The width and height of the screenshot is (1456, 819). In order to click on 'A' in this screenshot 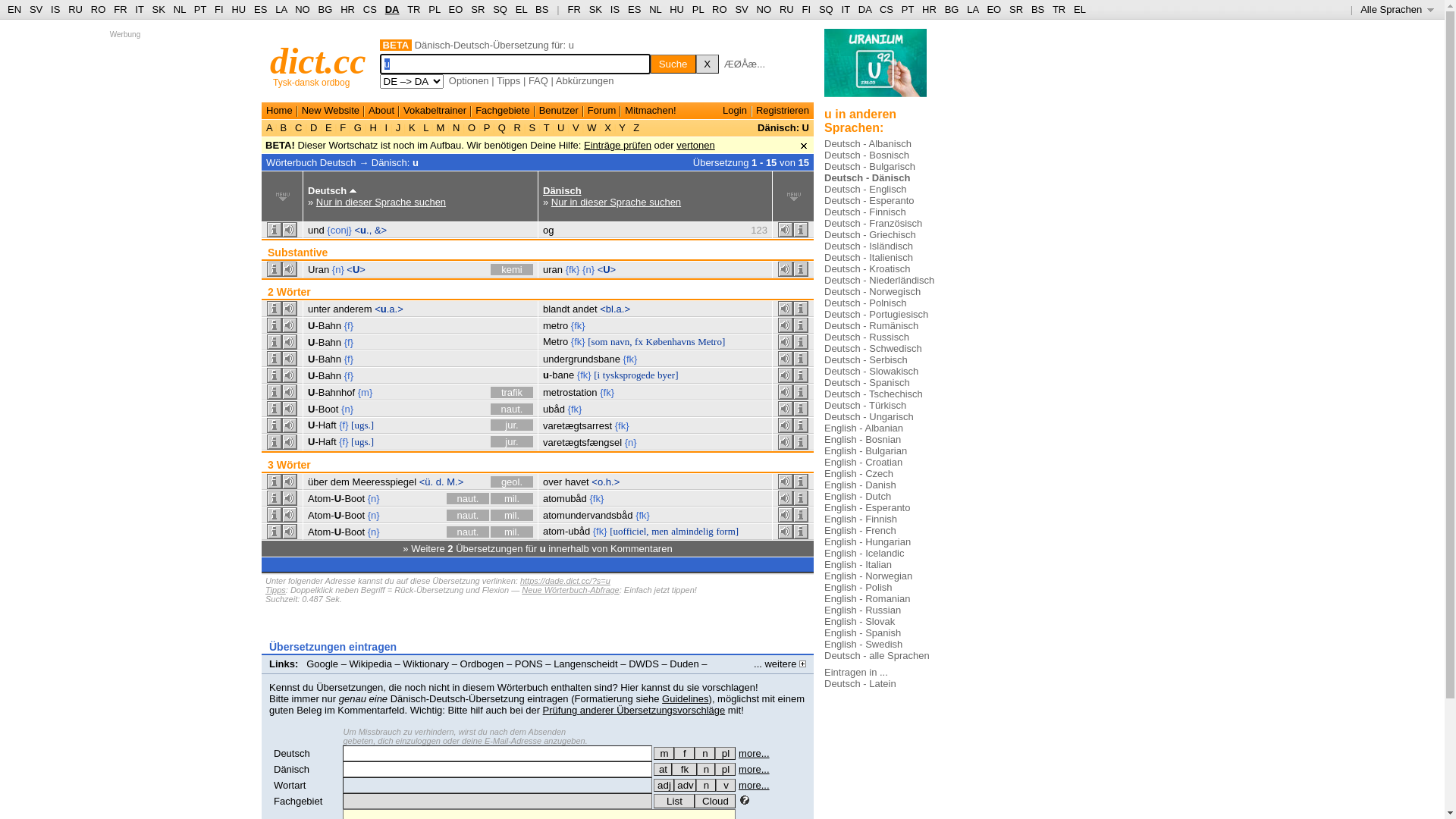, I will do `click(270, 127)`.